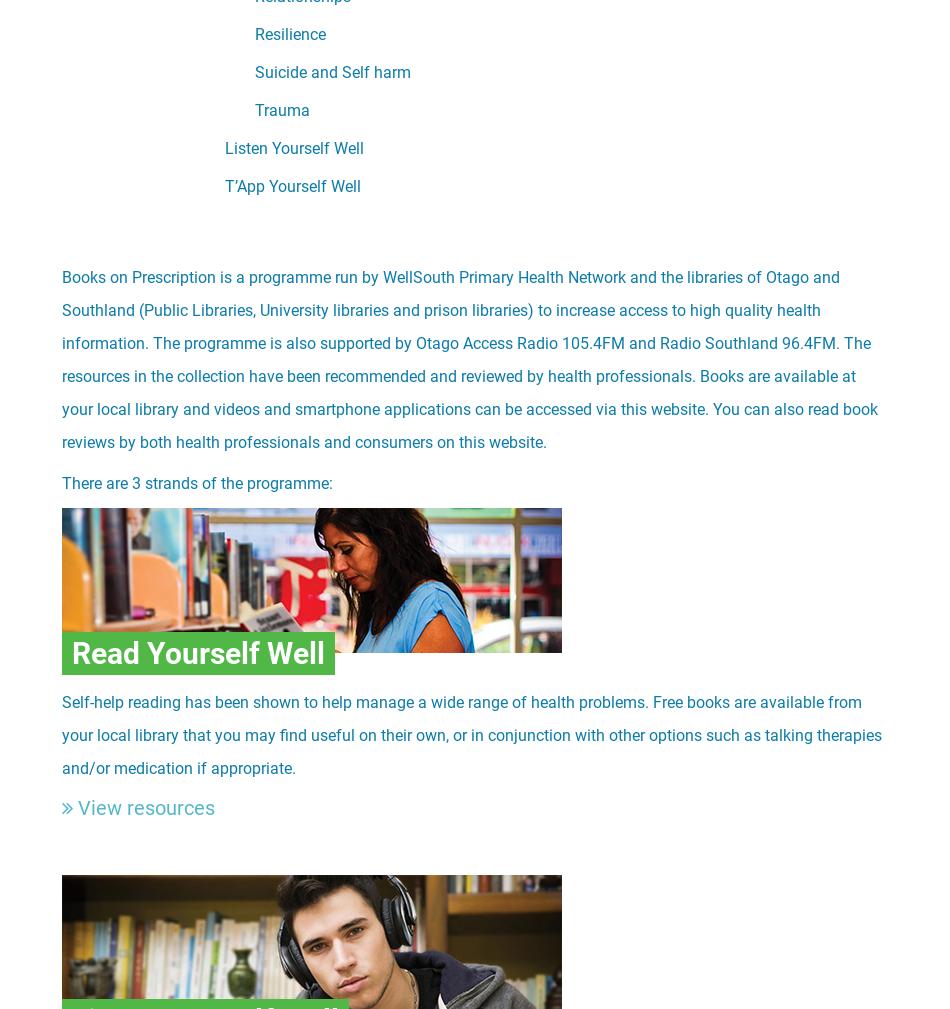 The image size is (950, 1009). What do you see at coordinates (253, 109) in the screenshot?
I see `'Trauma'` at bounding box center [253, 109].